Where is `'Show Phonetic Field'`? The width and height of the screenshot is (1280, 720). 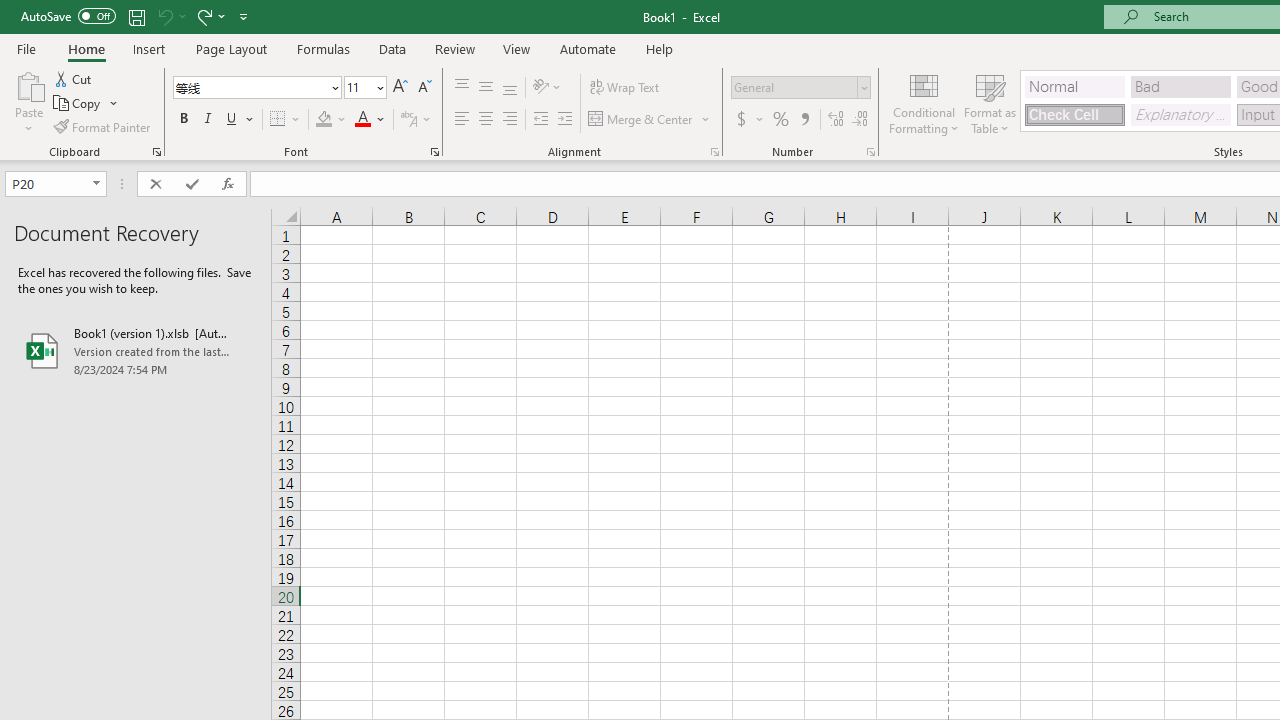 'Show Phonetic Field' is located at coordinates (407, 119).